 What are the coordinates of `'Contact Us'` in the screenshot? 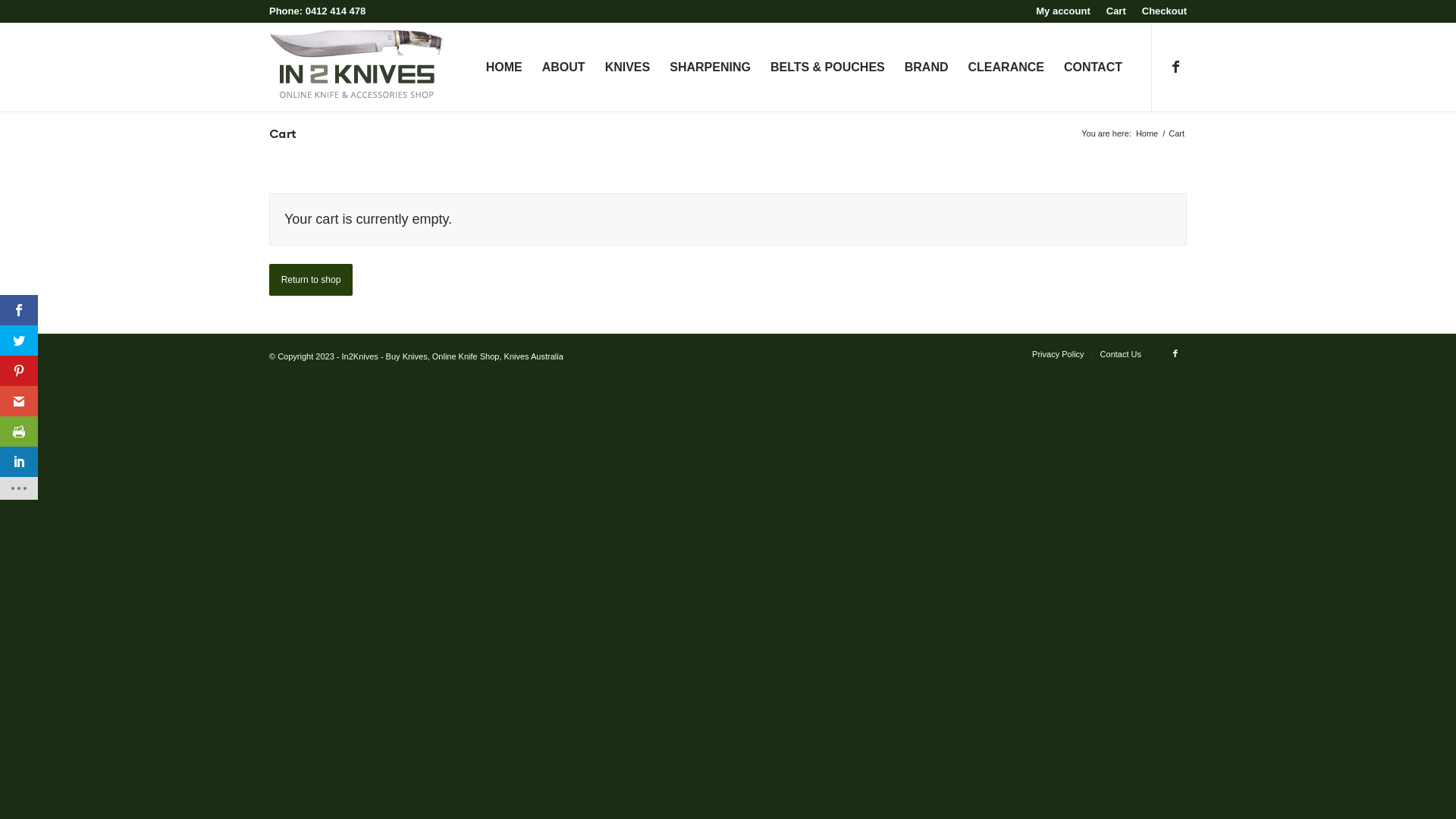 It's located at (1100, 353).